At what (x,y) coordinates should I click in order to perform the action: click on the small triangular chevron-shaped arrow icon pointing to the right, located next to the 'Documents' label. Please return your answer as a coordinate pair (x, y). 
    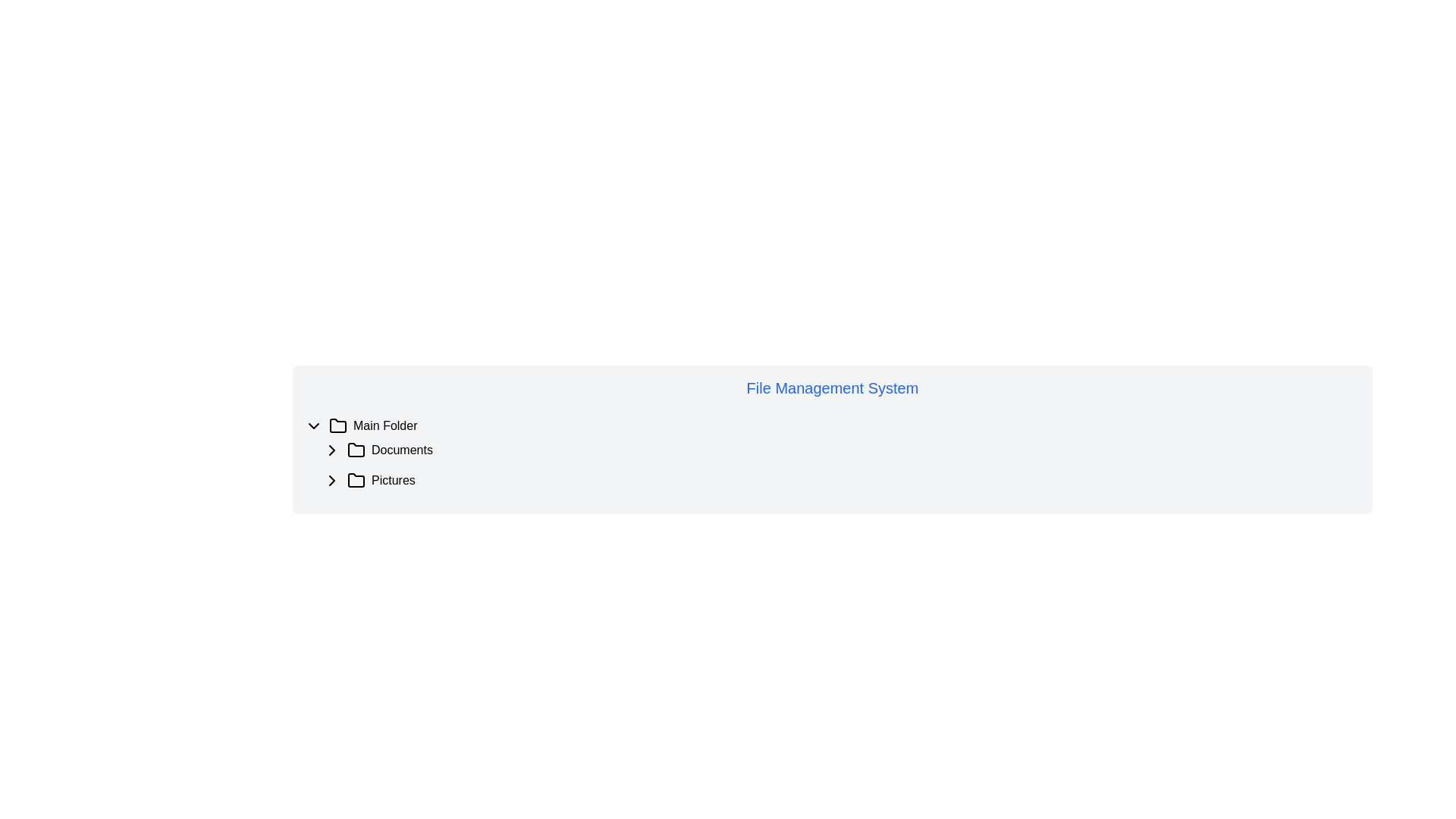
    Looking at the image, I should click on (331, 450).